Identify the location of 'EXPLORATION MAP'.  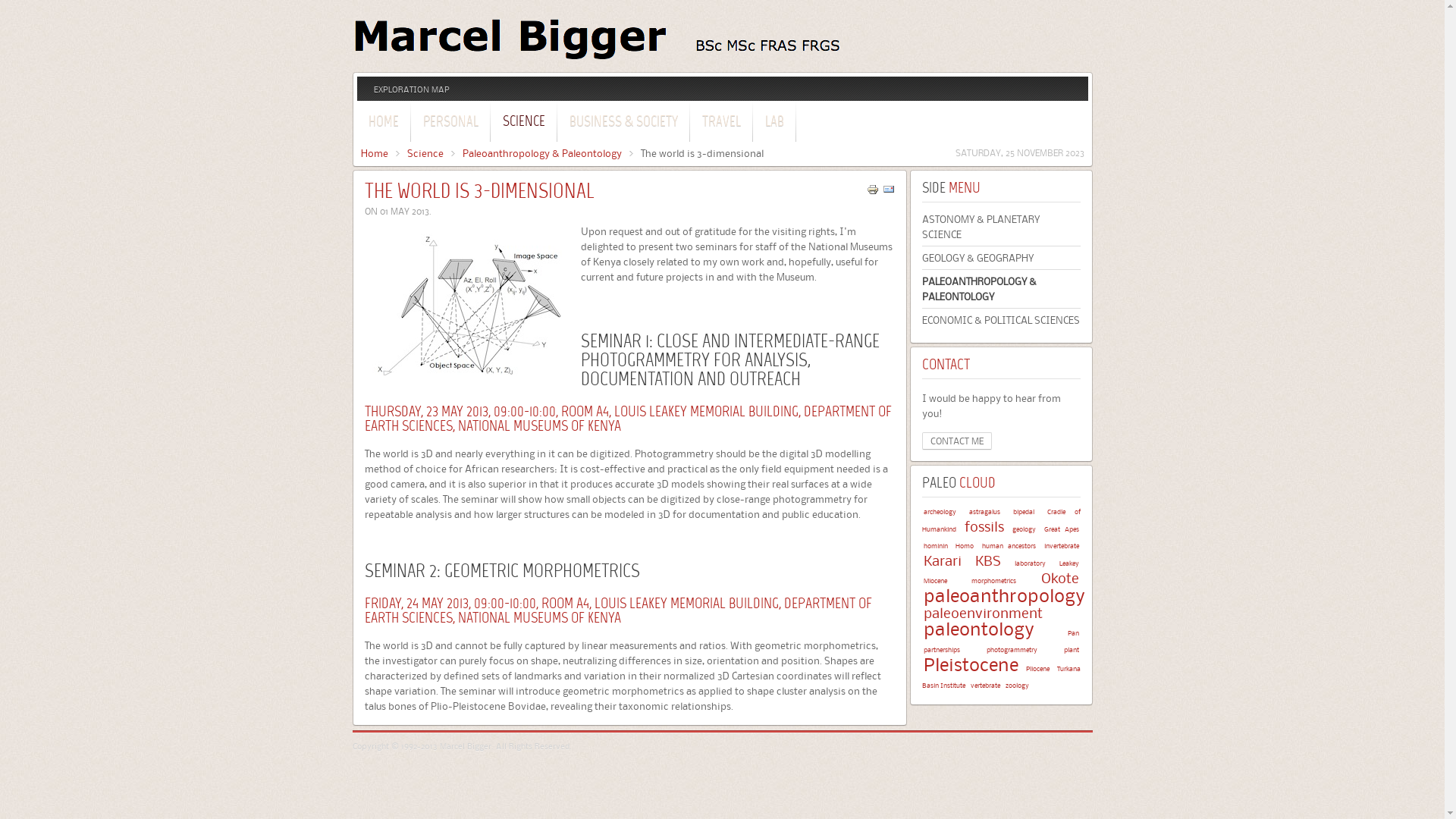
(411, 89).